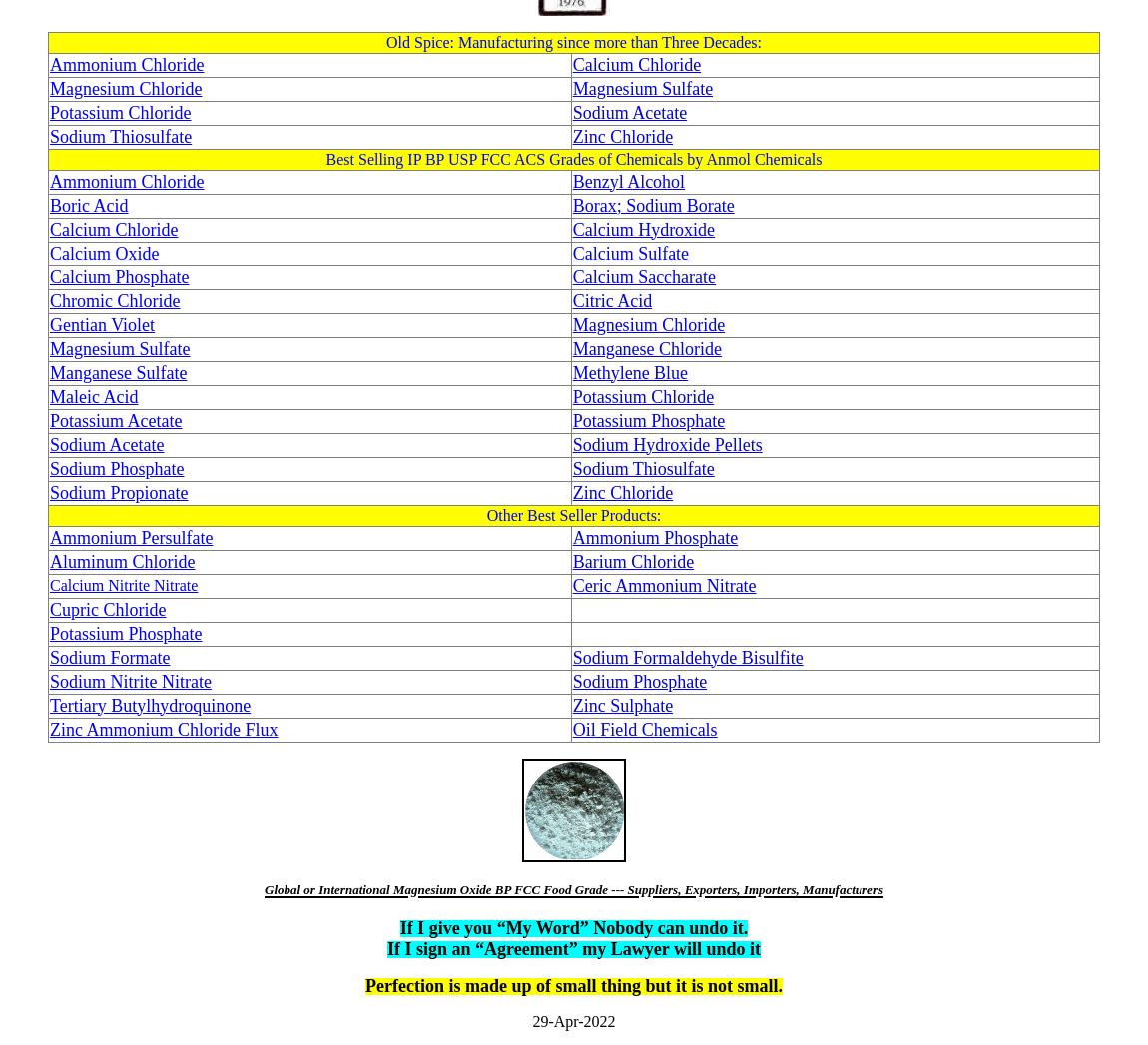 The width and height of the screenshot is (1148, 1045). I want to click on 'Ammonium Persulfate', so click(130, 536).